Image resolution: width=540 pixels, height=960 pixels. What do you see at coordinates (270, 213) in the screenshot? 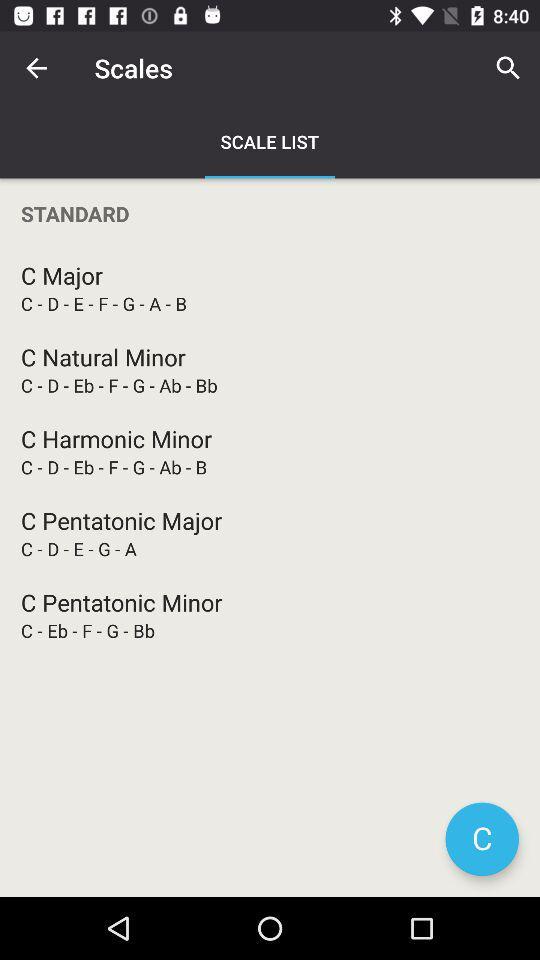
I see `the item below scale list item` at bounding box center [270, 213].